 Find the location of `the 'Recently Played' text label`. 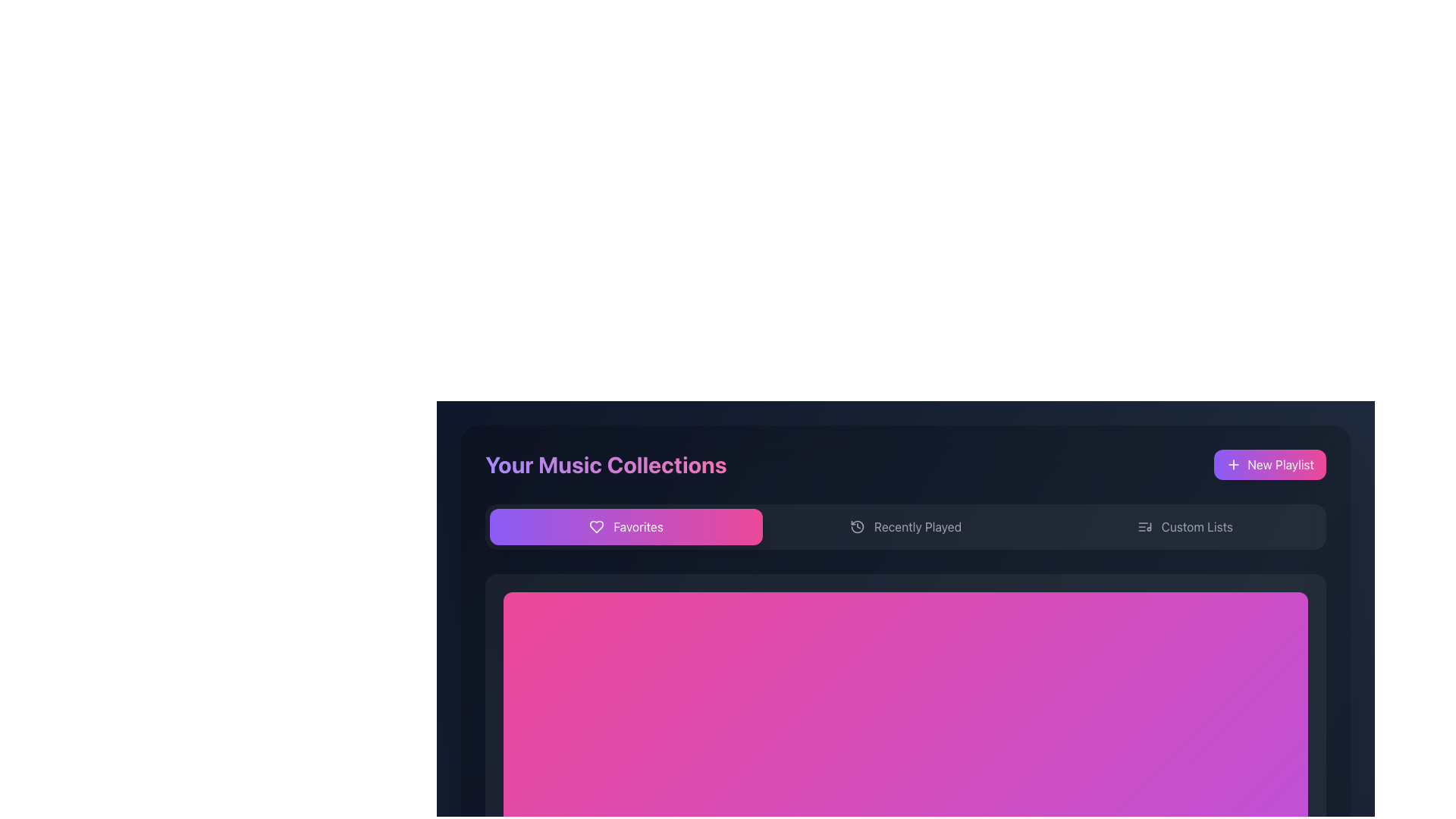

the 'Recently Played' text label is located at coordinates (917, 526).